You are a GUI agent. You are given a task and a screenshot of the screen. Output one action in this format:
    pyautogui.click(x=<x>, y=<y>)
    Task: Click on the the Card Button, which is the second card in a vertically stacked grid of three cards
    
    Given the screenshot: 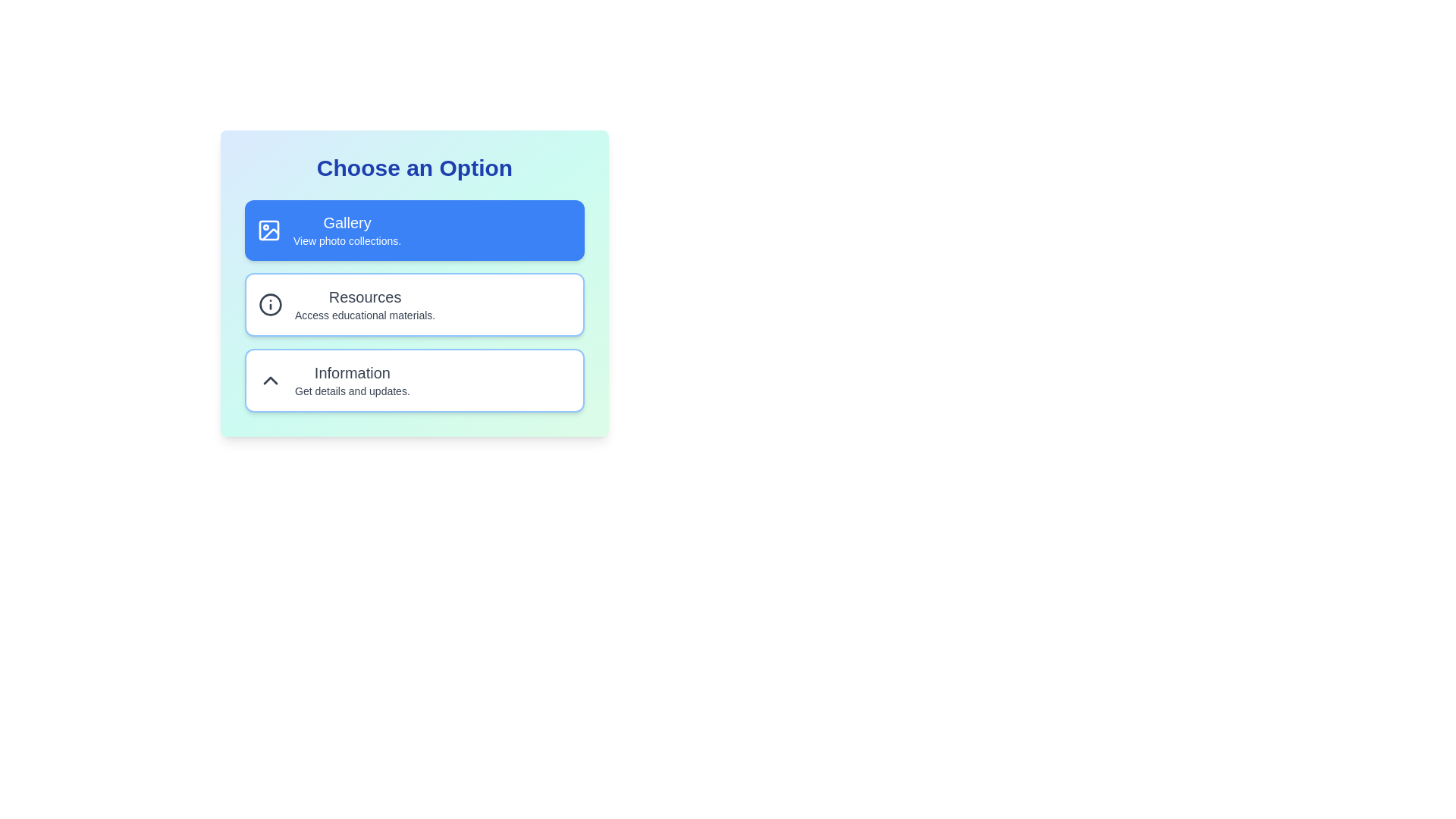 What is the action you would take?
    pyautogui.click(x=415, y=304)
    